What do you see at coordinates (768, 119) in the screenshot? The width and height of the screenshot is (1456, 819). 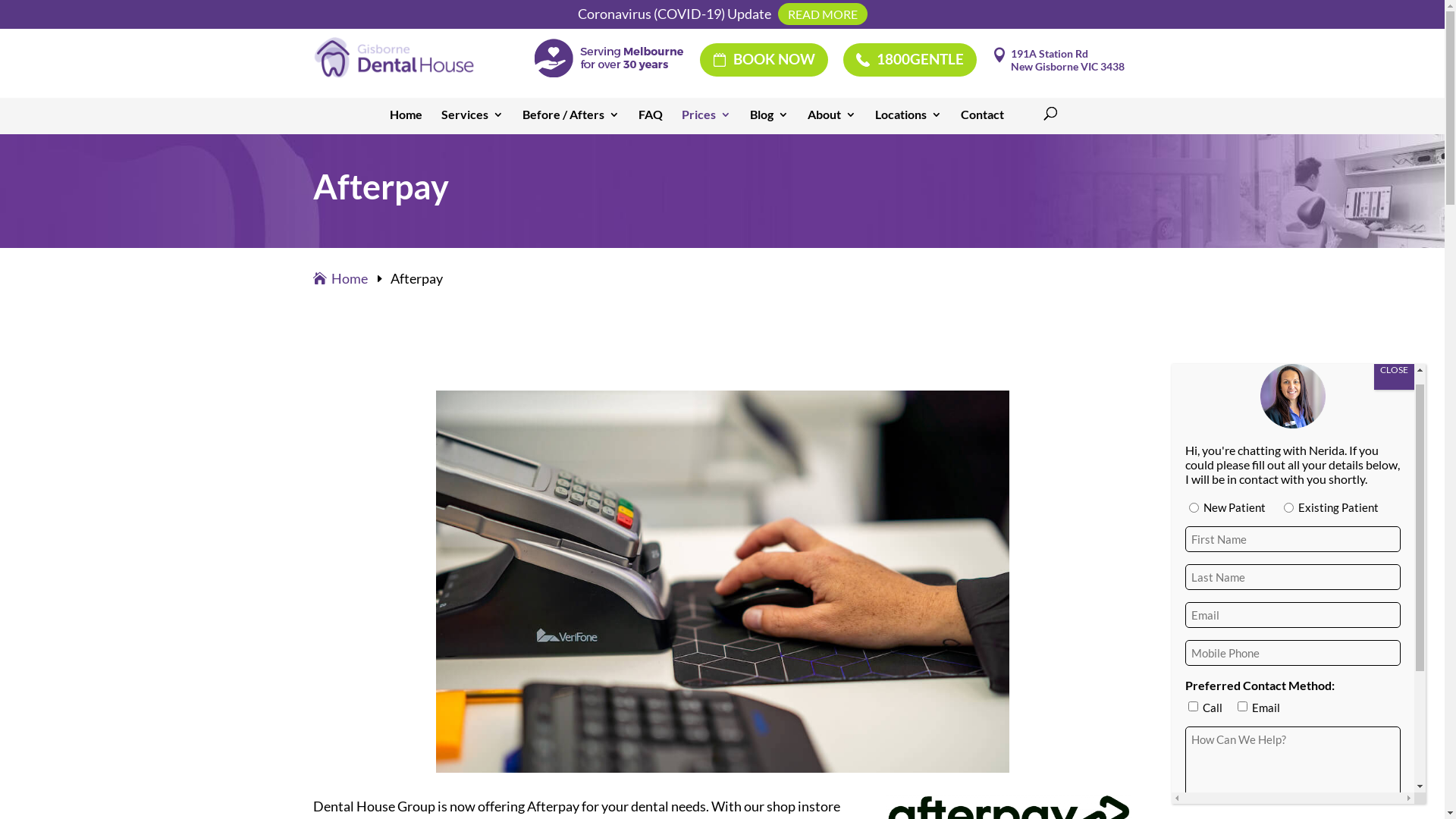 I see `'Blog'` at bounding box center [768, 119].